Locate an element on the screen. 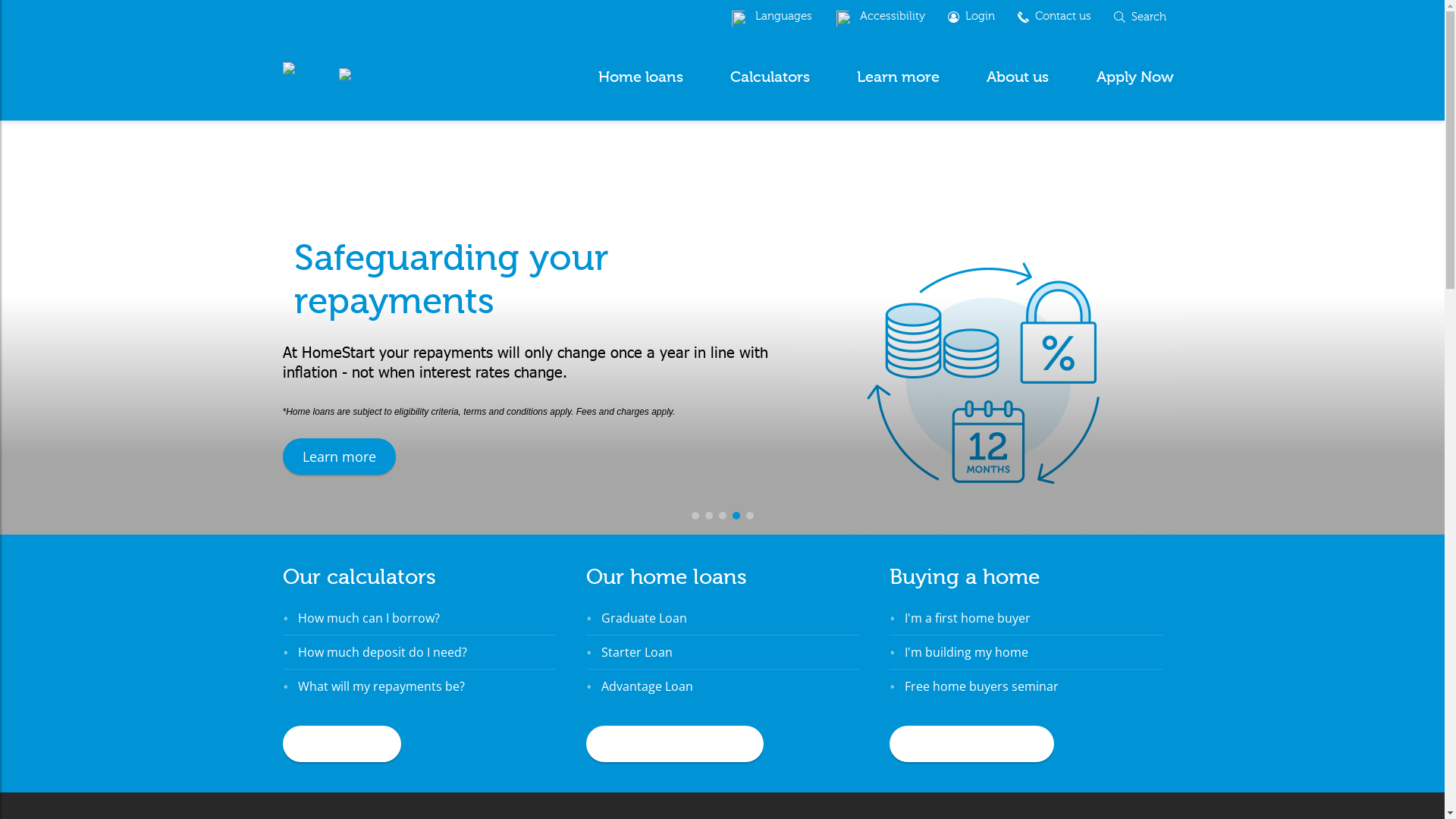 Image resolution: width=1456 pixels, height=819 pixels. 'About us' is located at coordinates (1018, 77).